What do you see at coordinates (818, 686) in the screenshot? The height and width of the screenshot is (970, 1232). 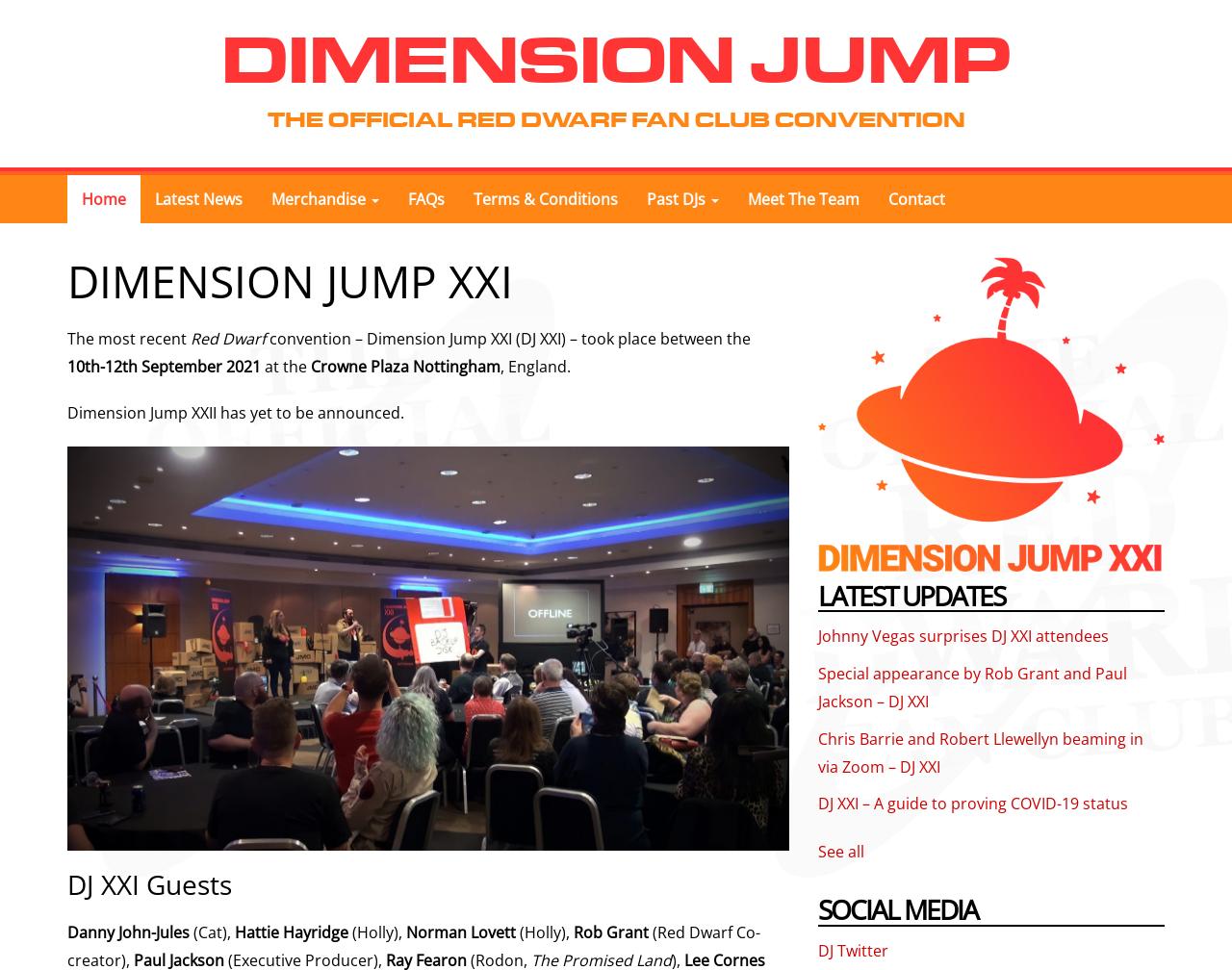 I see `'Special appearance by Rob Grant and Paul Jackson – DJ XXI'` at bounding box center [818, 686].